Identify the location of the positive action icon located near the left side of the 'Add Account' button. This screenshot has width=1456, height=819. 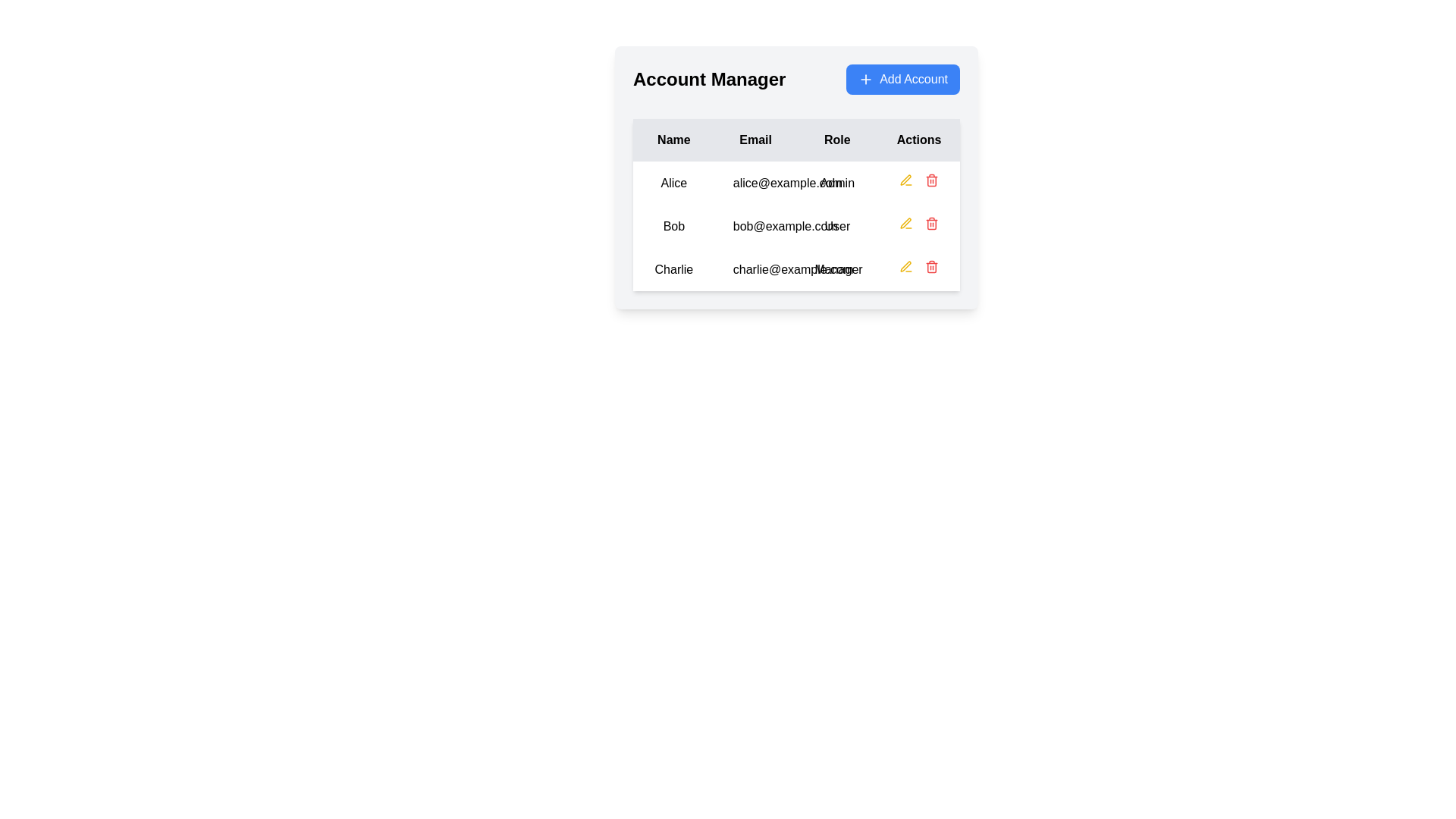
(866, 79).